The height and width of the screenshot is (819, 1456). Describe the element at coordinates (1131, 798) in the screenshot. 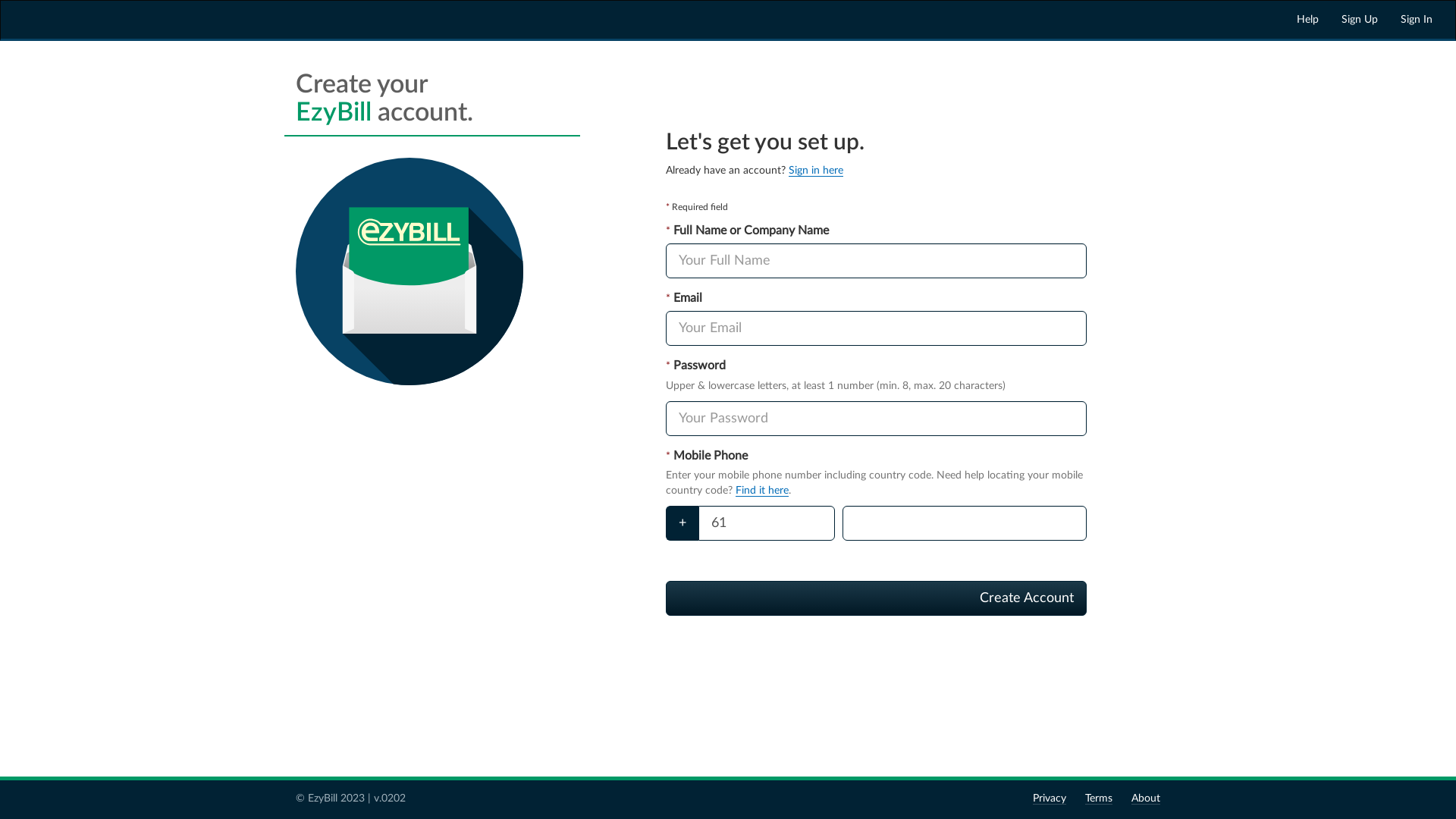

I see `'About'` at that location.